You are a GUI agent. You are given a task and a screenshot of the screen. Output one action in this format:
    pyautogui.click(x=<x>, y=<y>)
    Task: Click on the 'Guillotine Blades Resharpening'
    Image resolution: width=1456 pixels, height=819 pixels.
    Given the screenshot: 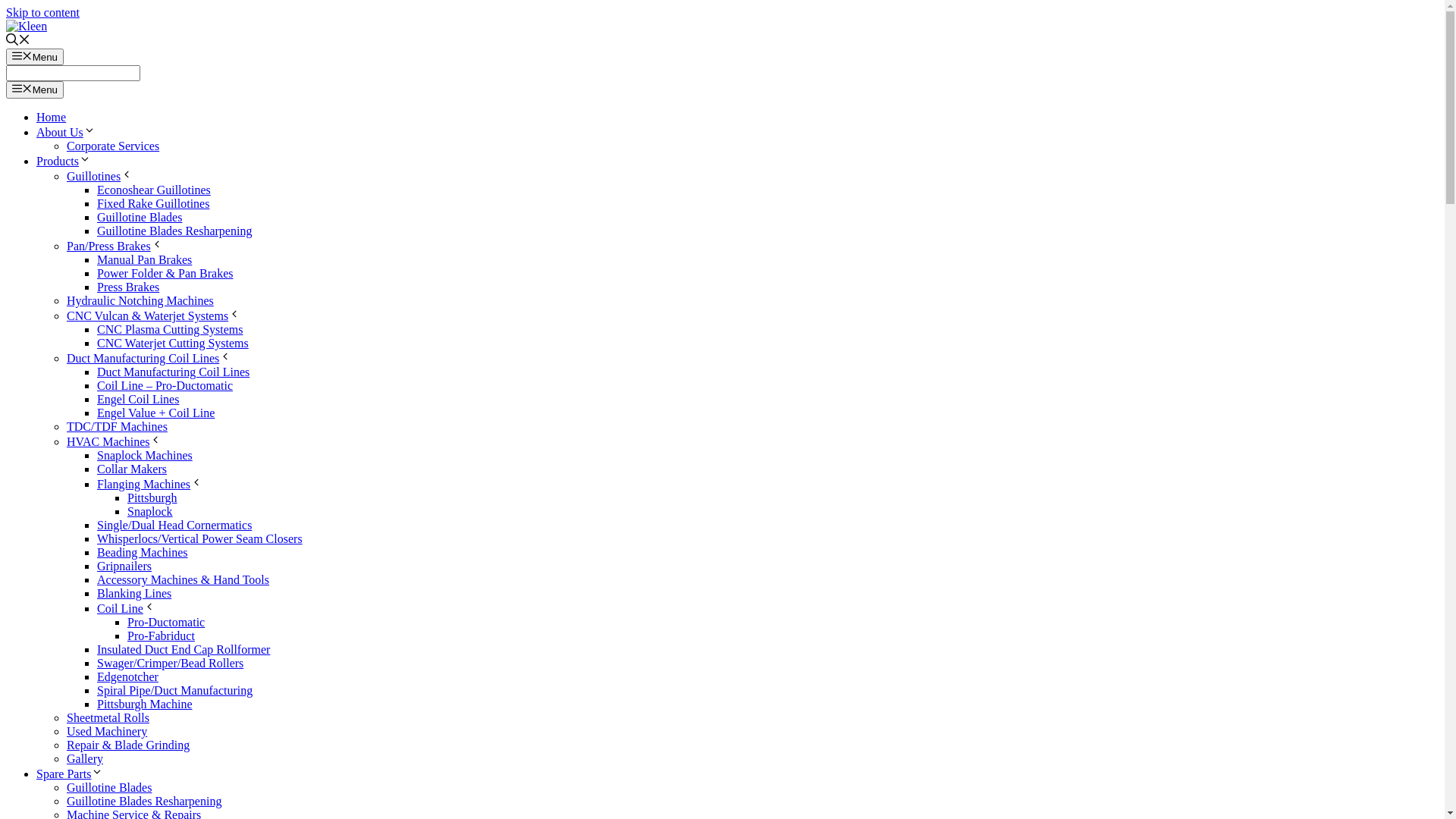 What is the action you would take?
    pyautogui.click(x=174, y=231)
    